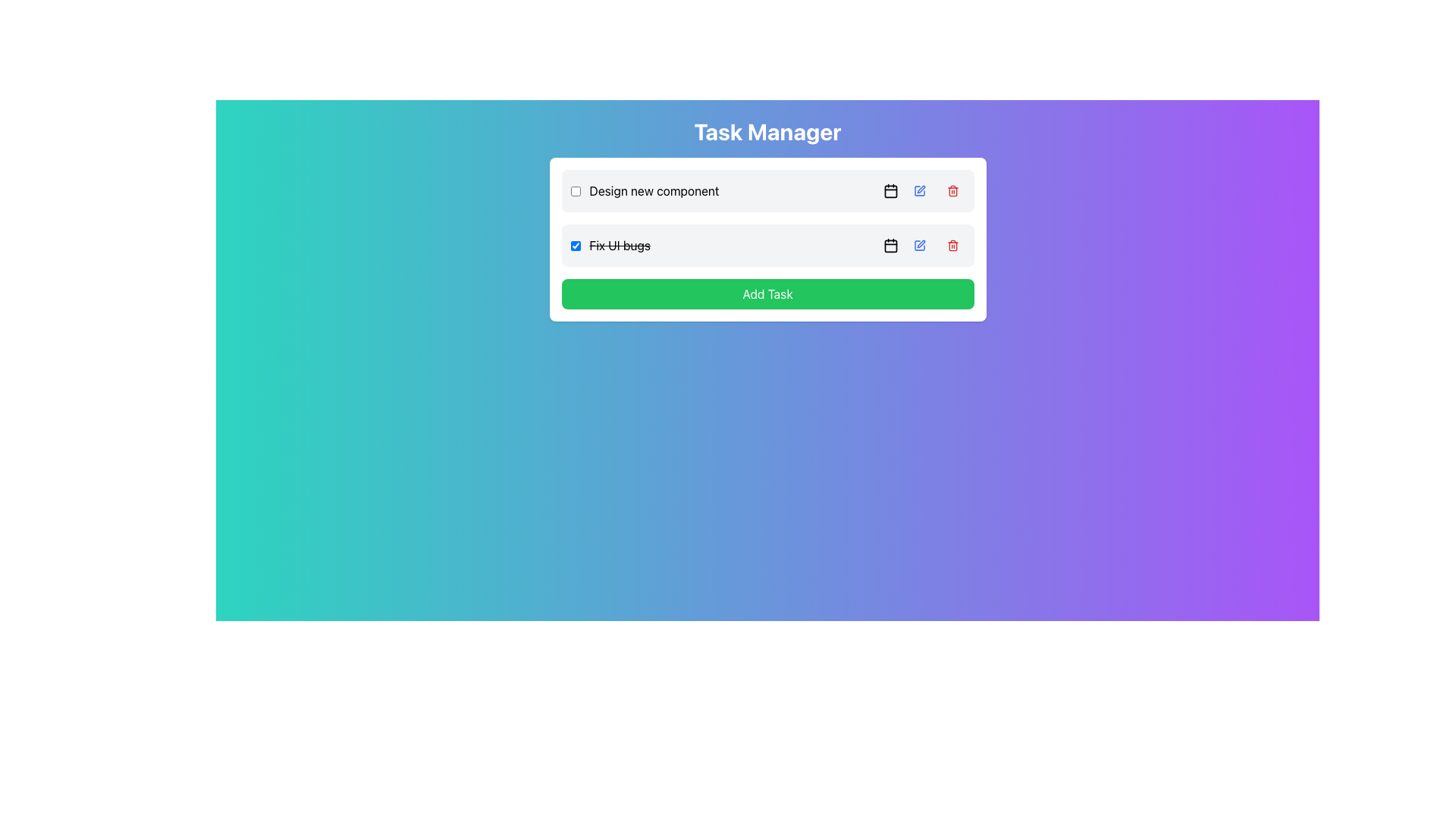  What do you see at coordinates (645, 190) in the screenshot?
I see `the text label displaying 'Design new component', which is styled with black text on a white background and is positioned next to a checkbox in a task manager` at bounding box center [645, 190].